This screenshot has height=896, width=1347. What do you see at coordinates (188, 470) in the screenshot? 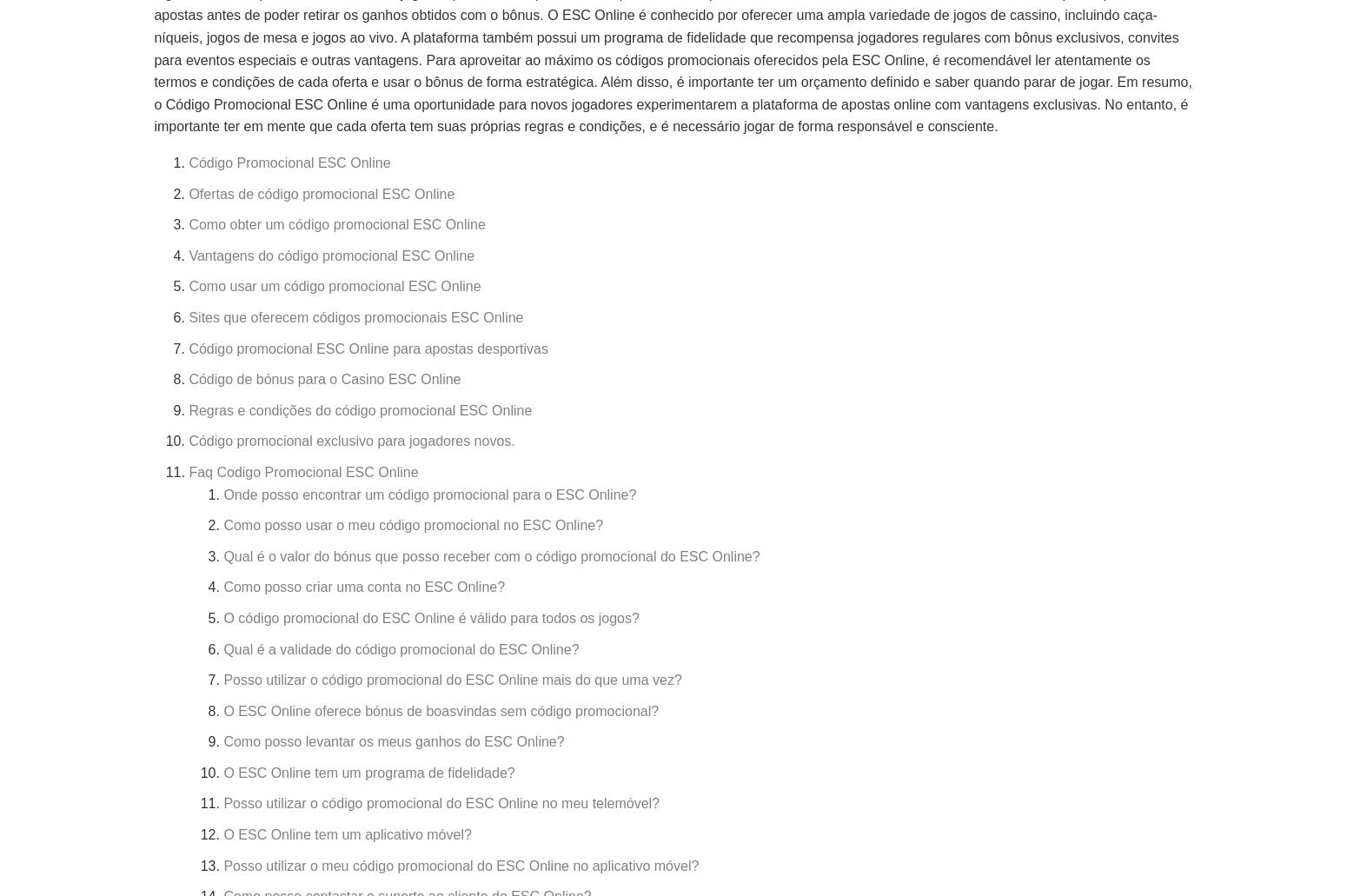
I see `'Faq Codigo Promocional ESC Online'` at bounding box center [188, 470].